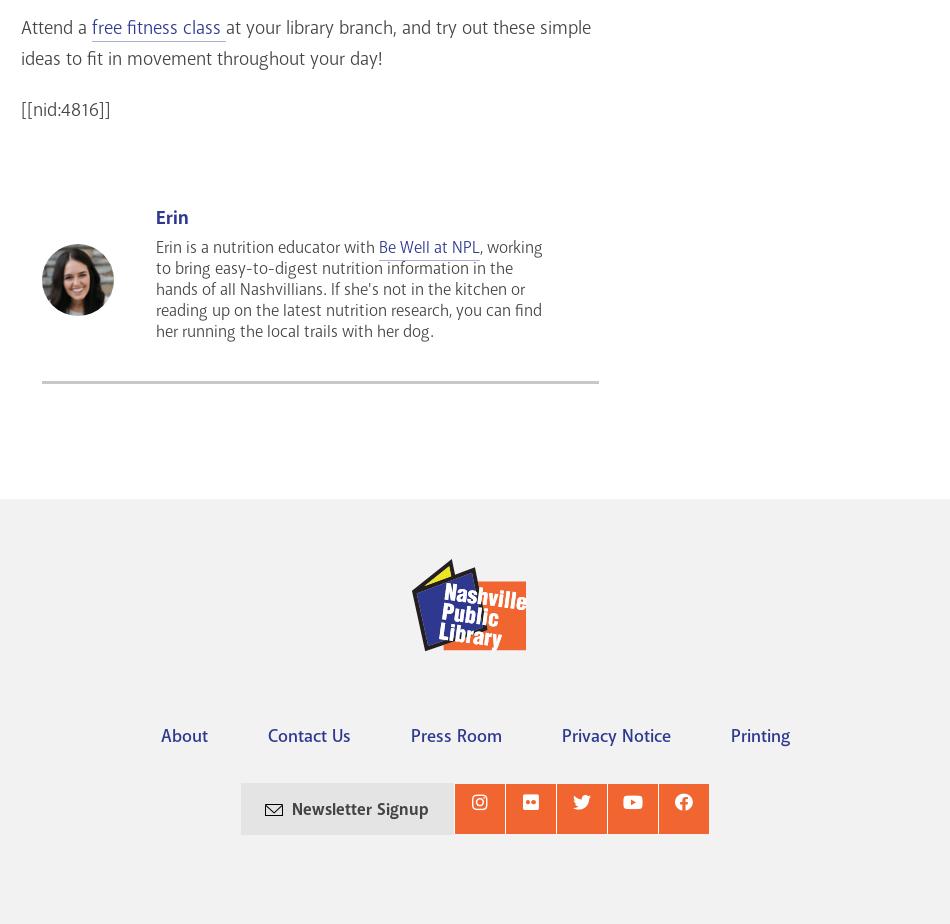 The height and width of the screenshot is (924, 950). I want to click on 'Press Room', so click(454, 735).